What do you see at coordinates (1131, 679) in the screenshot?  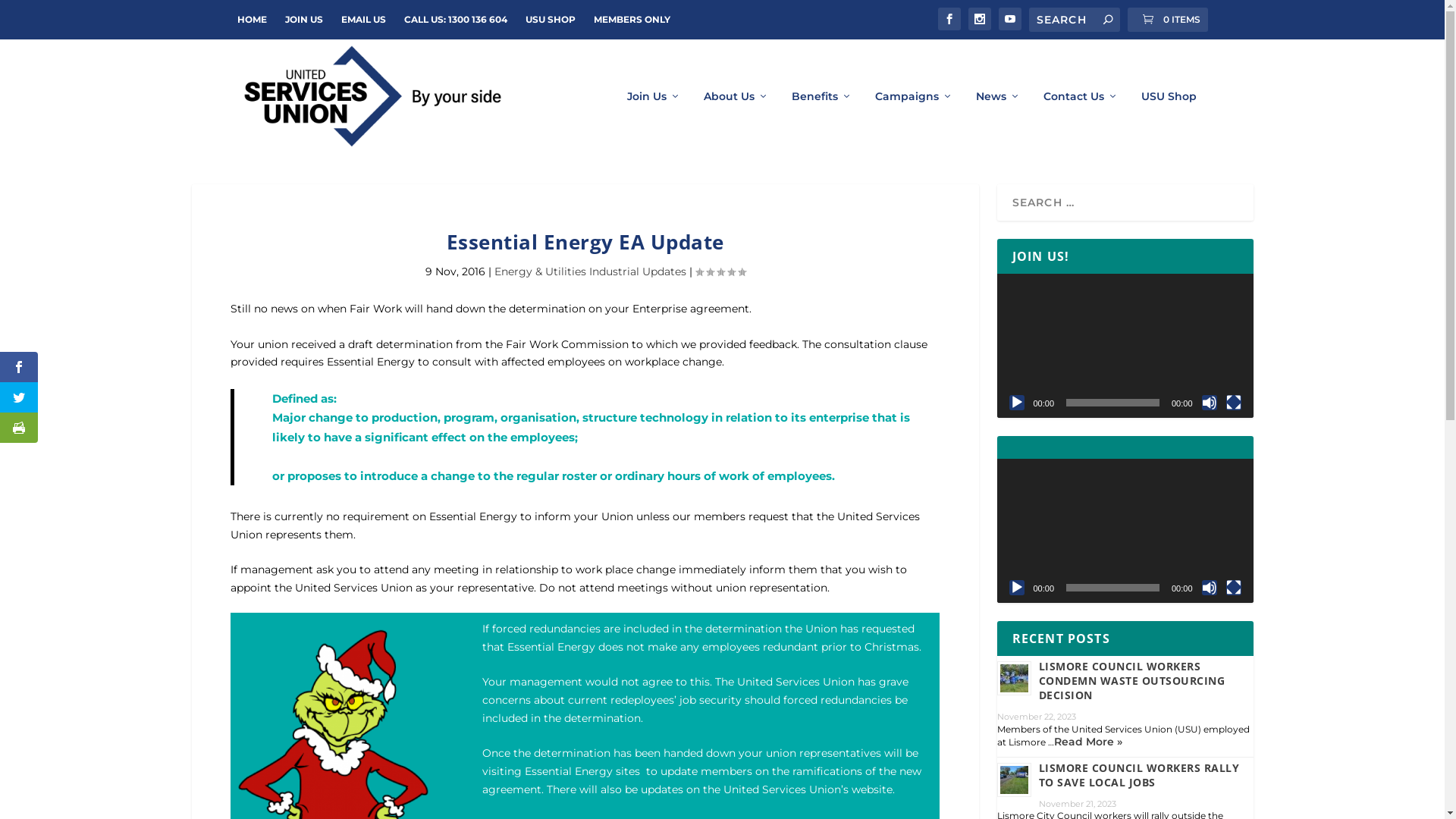 I see `'LISMORE COUNCIL WORKERS CONDEMN WASTE OUTSOURCING DECISION'` at bounding box center [1131, 679].